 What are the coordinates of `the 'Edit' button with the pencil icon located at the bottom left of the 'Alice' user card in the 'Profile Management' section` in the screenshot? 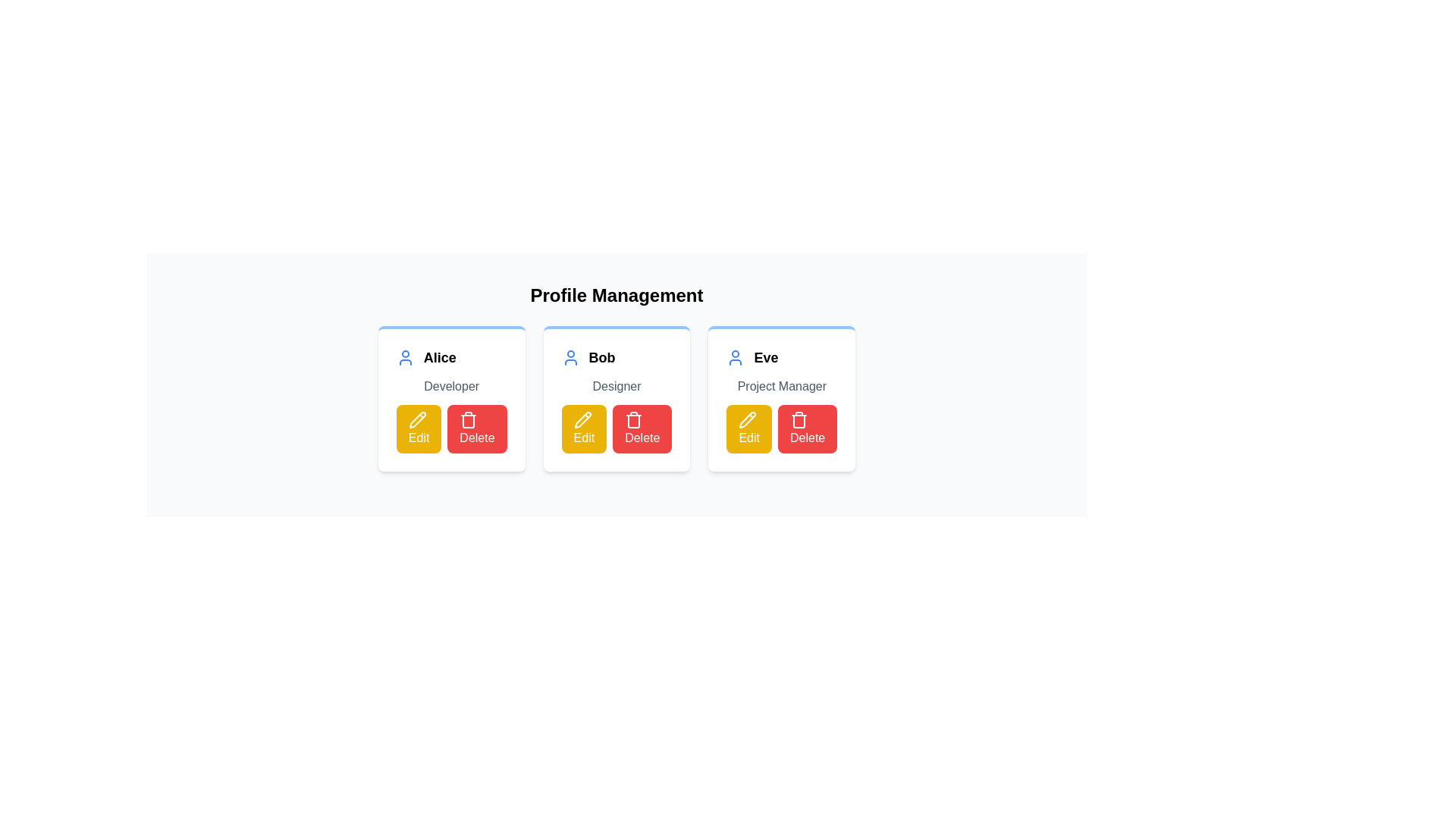 It's located at (417, 420).